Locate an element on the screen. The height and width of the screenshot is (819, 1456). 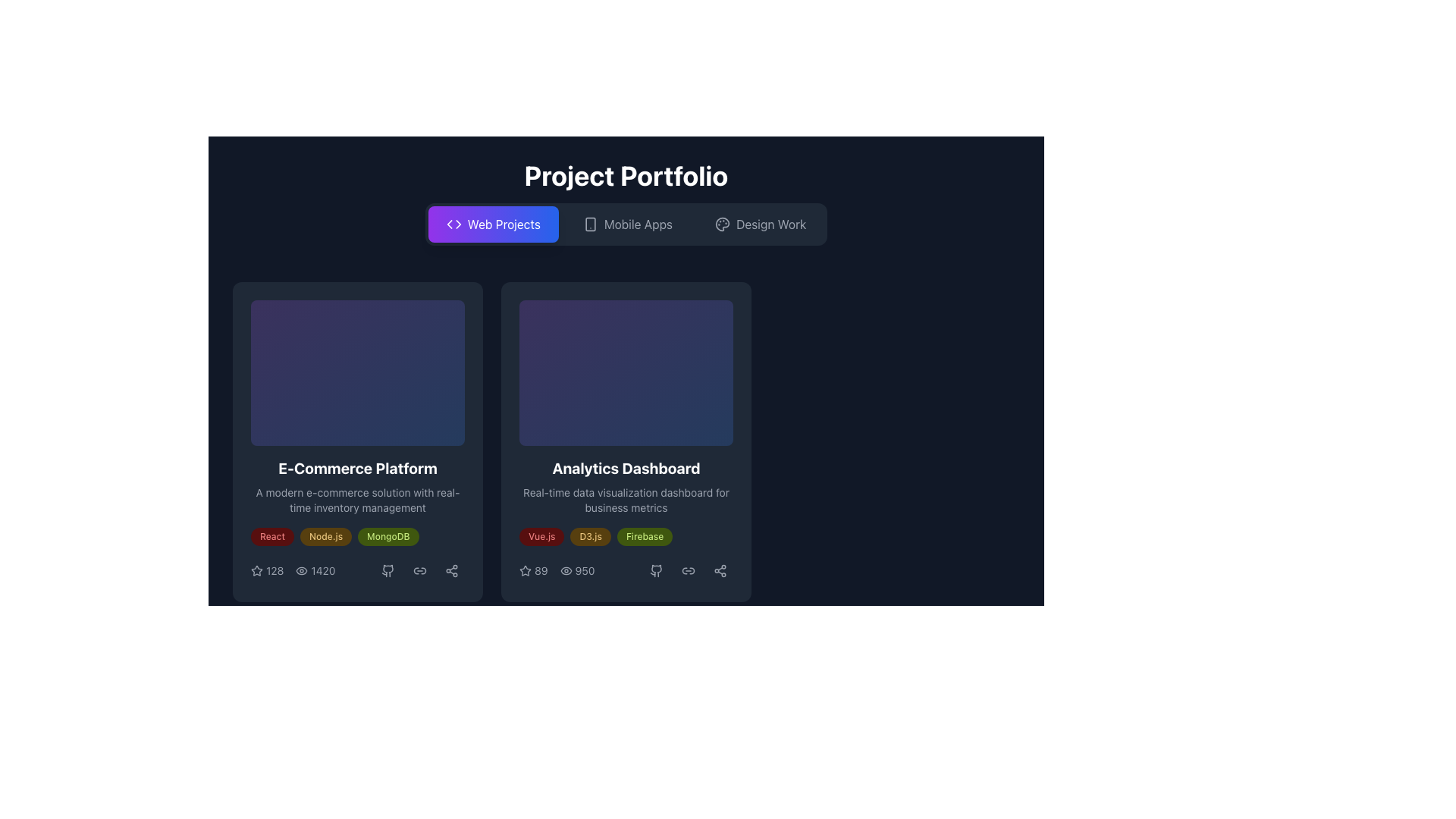
the prominent rectangular Image Box with a gradient background transitioning from purple to blue, which is the first card in a grid of projects is located at coordinates (356, 373).